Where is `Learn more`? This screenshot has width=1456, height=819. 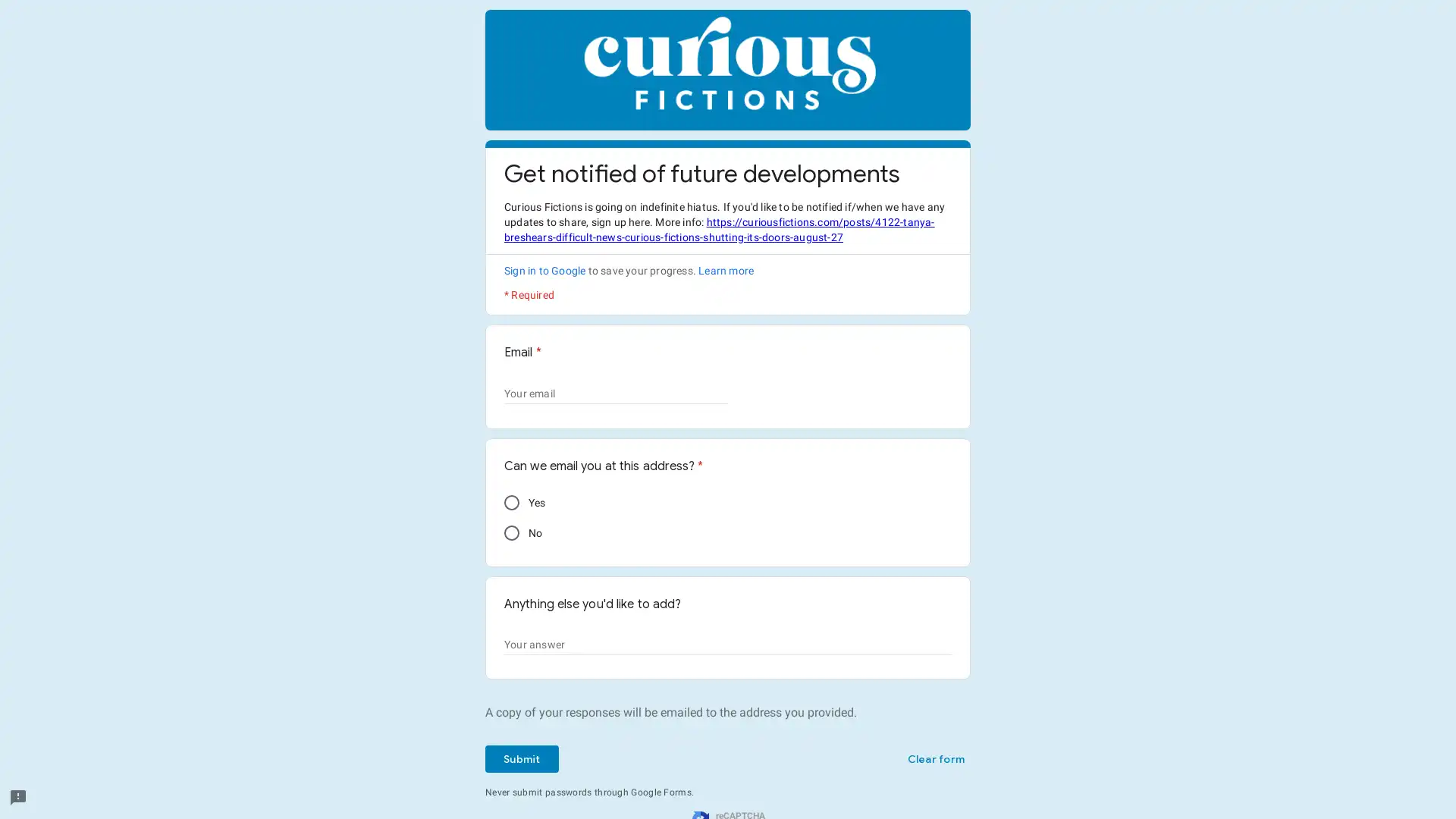 Learn more is located at coordinates (725, 270).